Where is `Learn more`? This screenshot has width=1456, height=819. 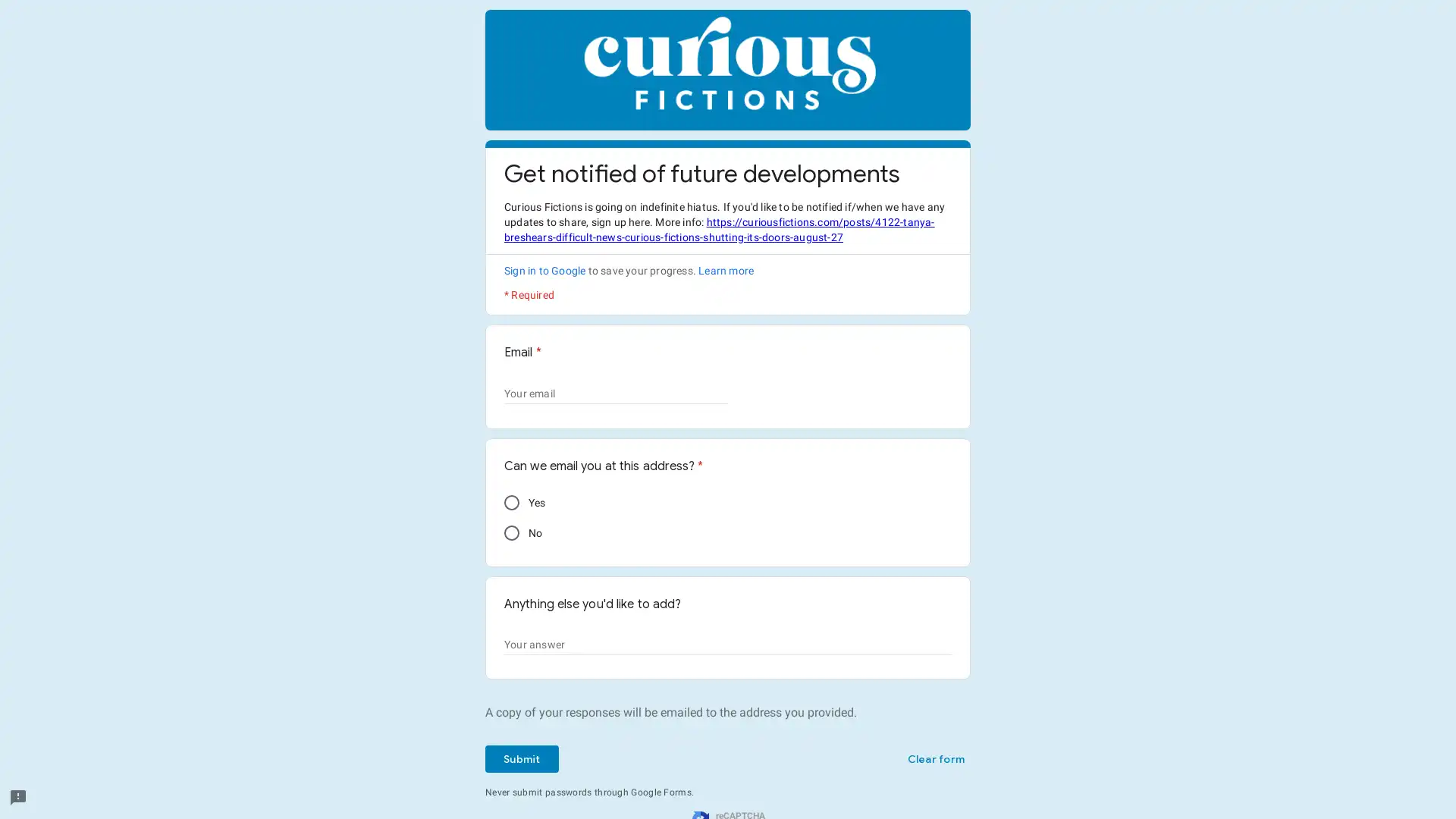 Learn more is located at coordinates (725, 270).